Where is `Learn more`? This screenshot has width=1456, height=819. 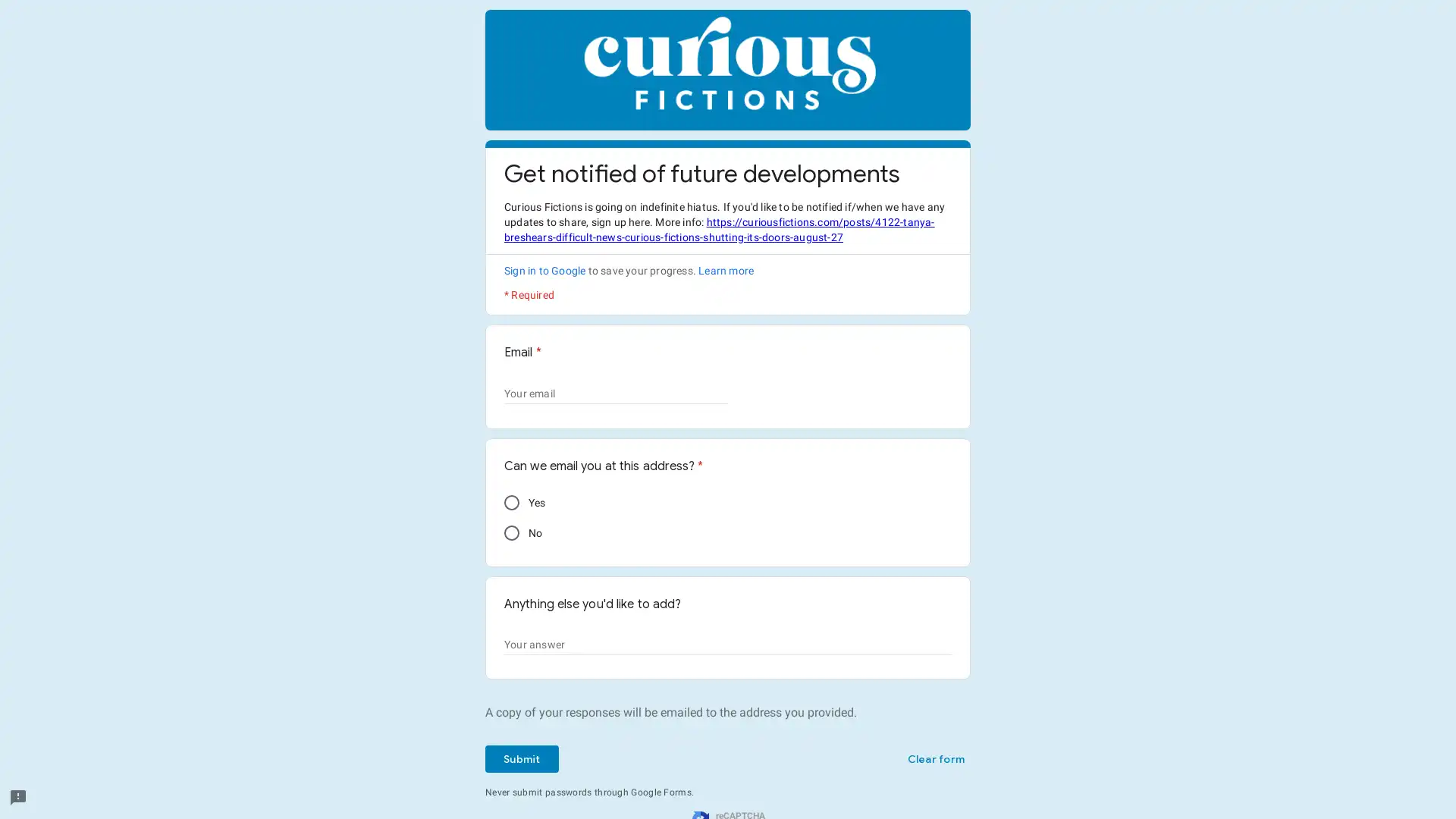 Learn more is located at coordinates (725, 270).